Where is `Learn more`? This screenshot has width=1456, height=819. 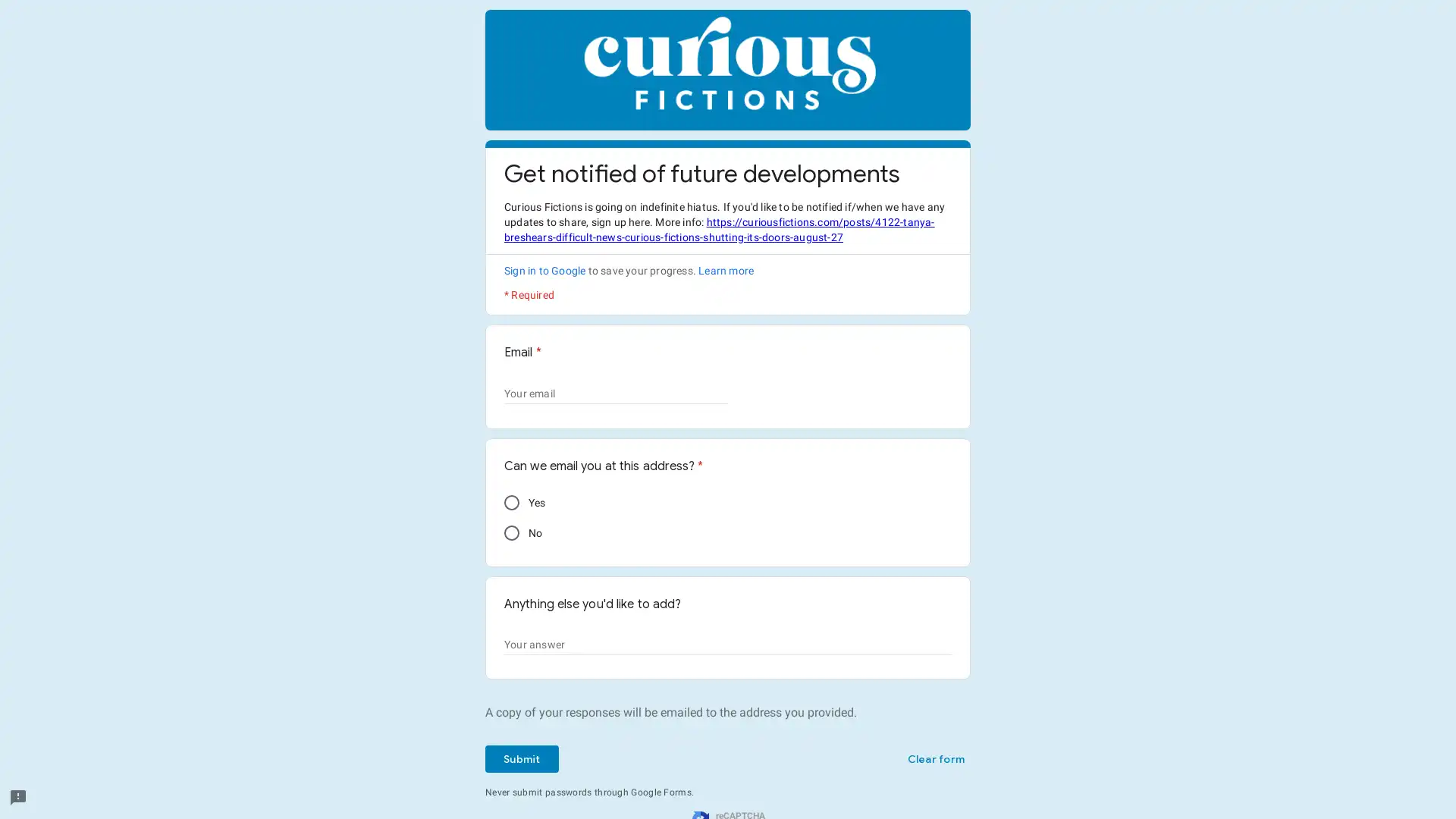 Learn more is located at coordinates (725, 270).